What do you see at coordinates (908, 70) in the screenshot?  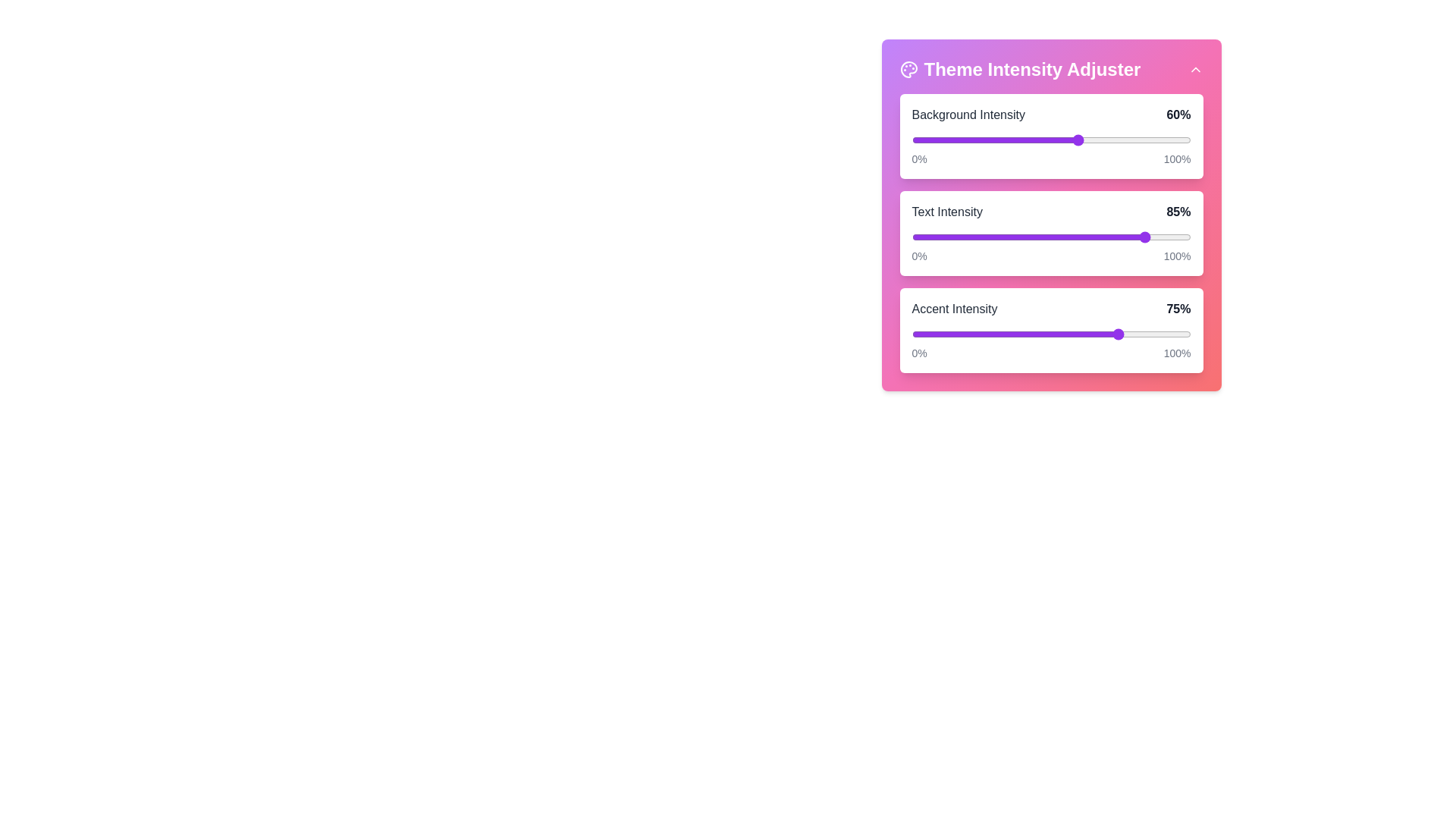 I see `the icon located to the left of the 'Theme Intensity Adjuster' heading, which suggests a tool for theme or color adjustments` at bounding box center [908, 70].